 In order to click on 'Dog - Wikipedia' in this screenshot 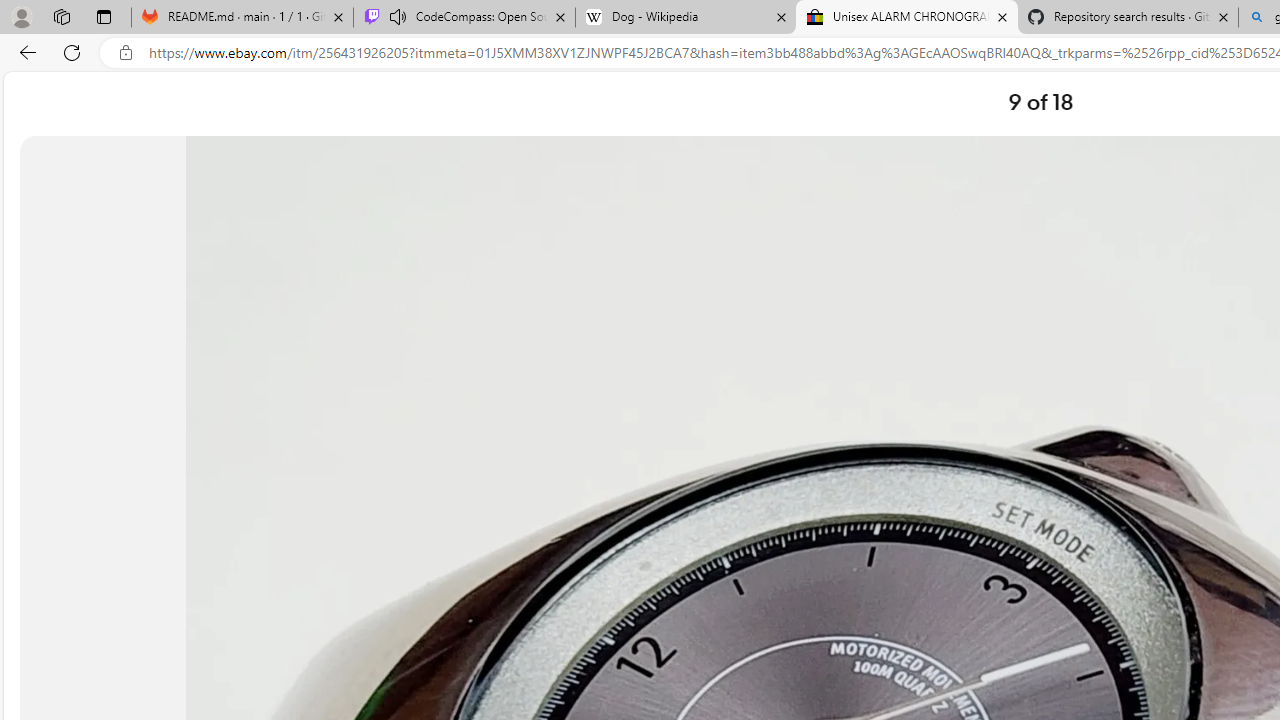, I will do `click(686, 17)`.